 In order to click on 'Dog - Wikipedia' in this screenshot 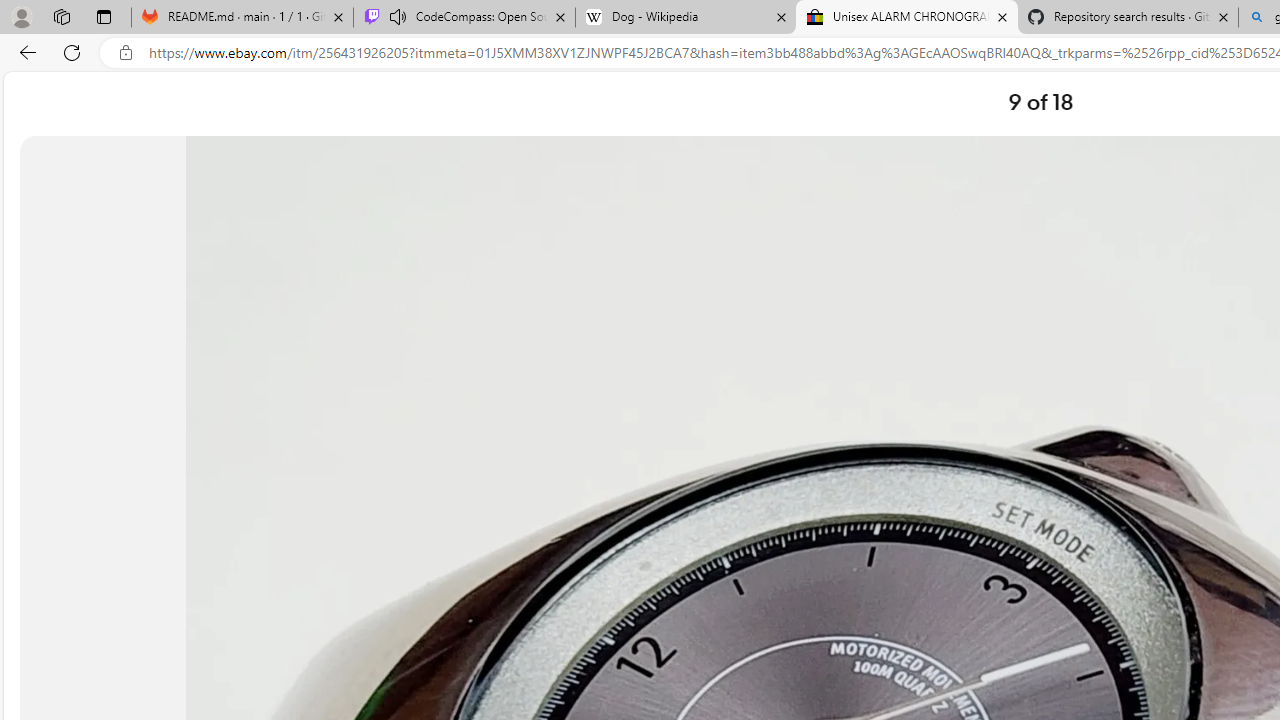, I will do `click(686, 17)`.